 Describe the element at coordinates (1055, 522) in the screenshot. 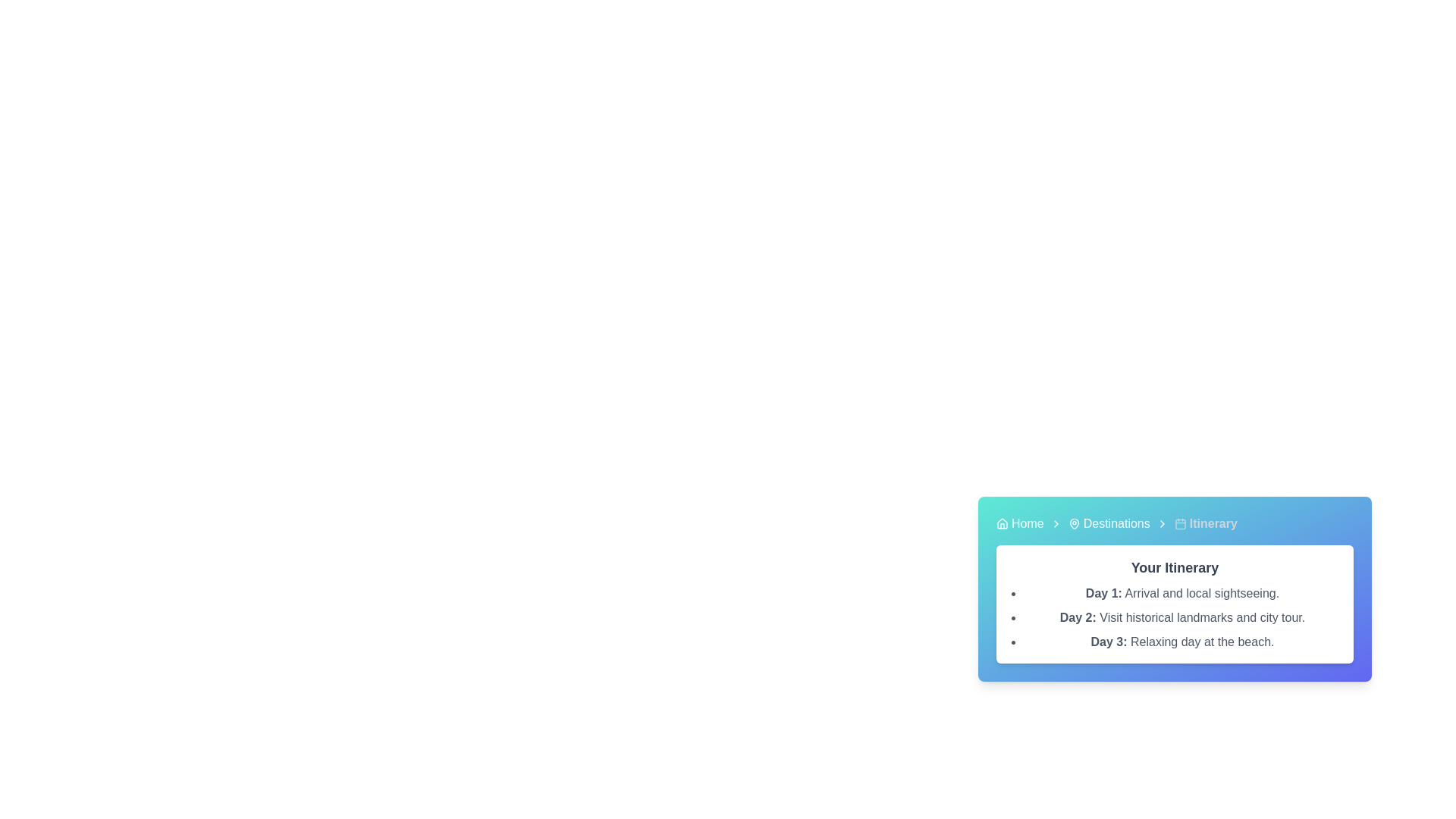

I see `the breadcrumb separator icon located between the 'Home' and 'Destinations' links in the navigation bar` at that location.